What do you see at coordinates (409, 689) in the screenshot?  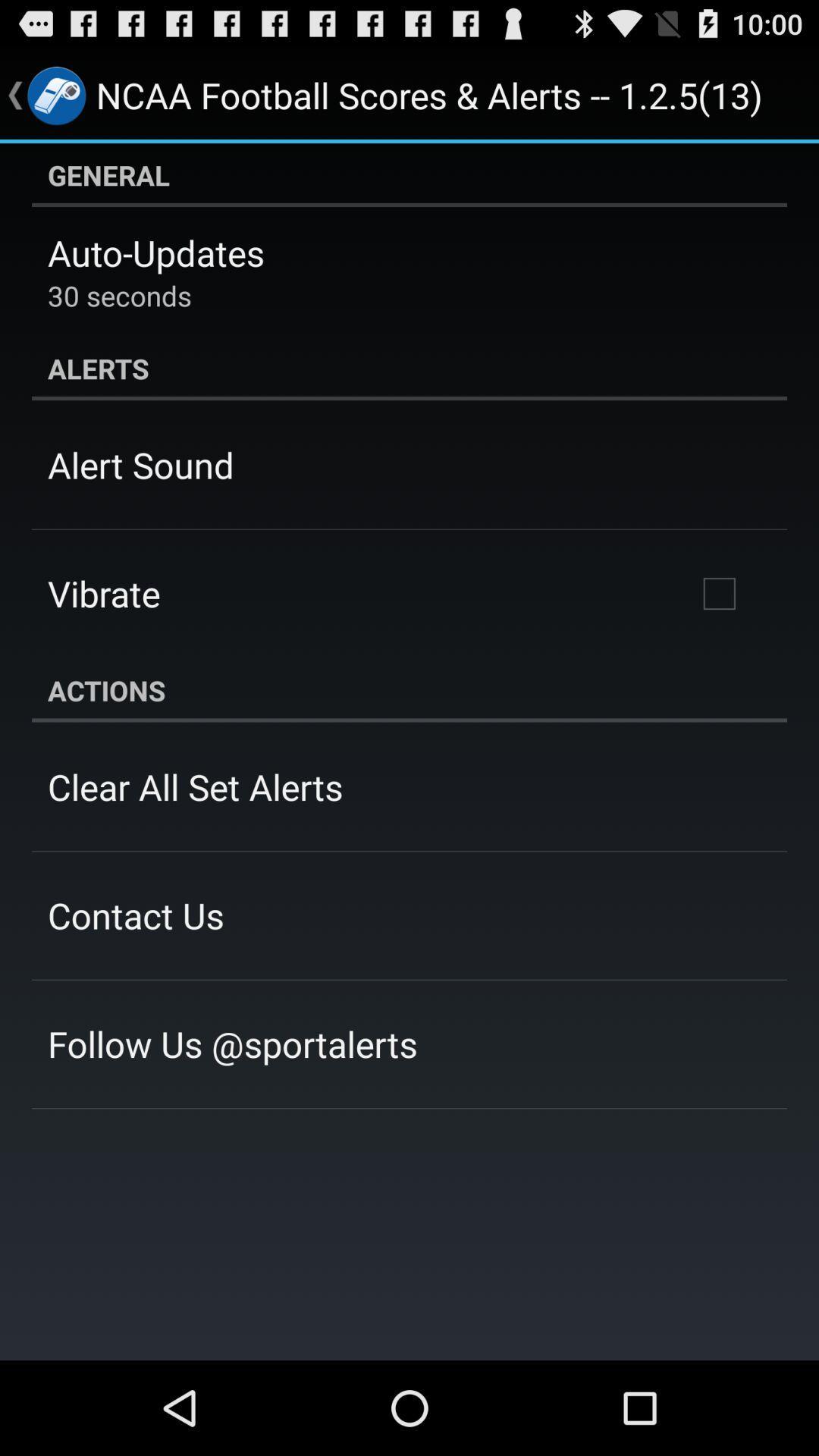 I see `the actions app` at bounding box center [409, 689].